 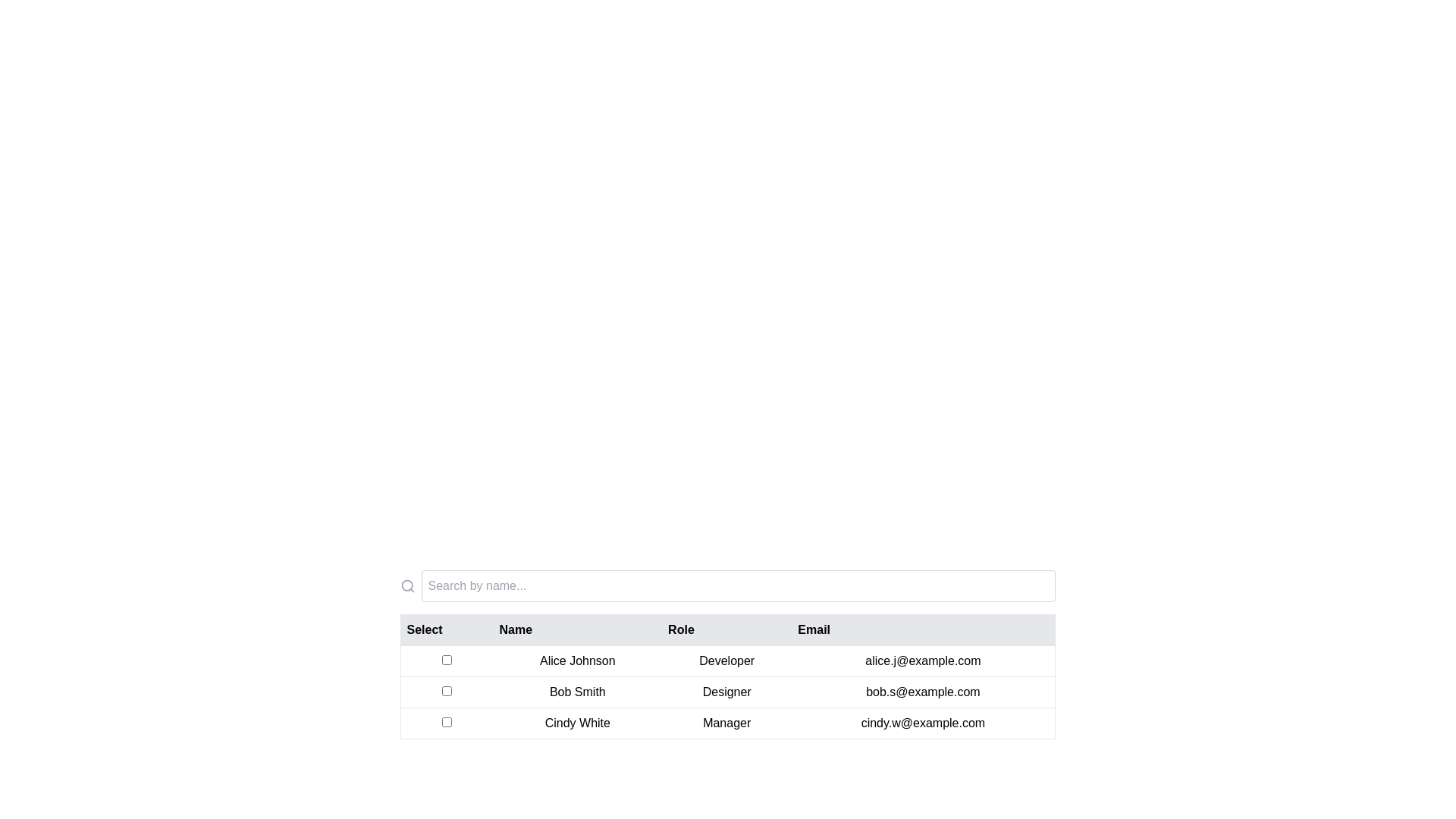 What do you see at coordinates (726, 692) in the screenshot?
I see `static text element displaying the role 'Designer' located in the second row of the user data table, centered in the Role column` at bounding box center [726, 692].